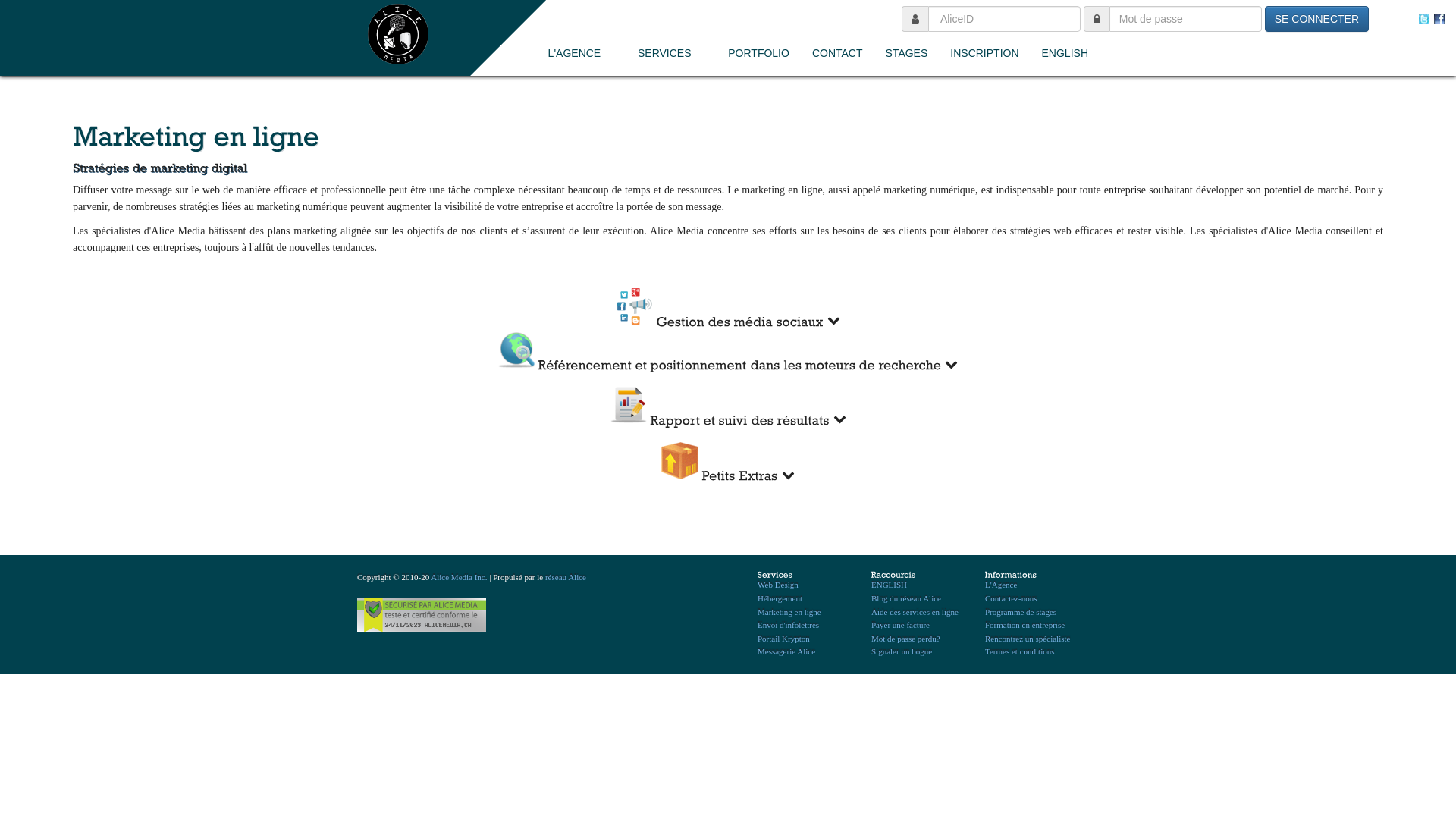 Image resolution: width=1456 pixels, height=819 pixels. What do you see at coordinates (758, 52) in the screenshot?
I see `'PORTFOLIO'` at bounding box center [758, 52].